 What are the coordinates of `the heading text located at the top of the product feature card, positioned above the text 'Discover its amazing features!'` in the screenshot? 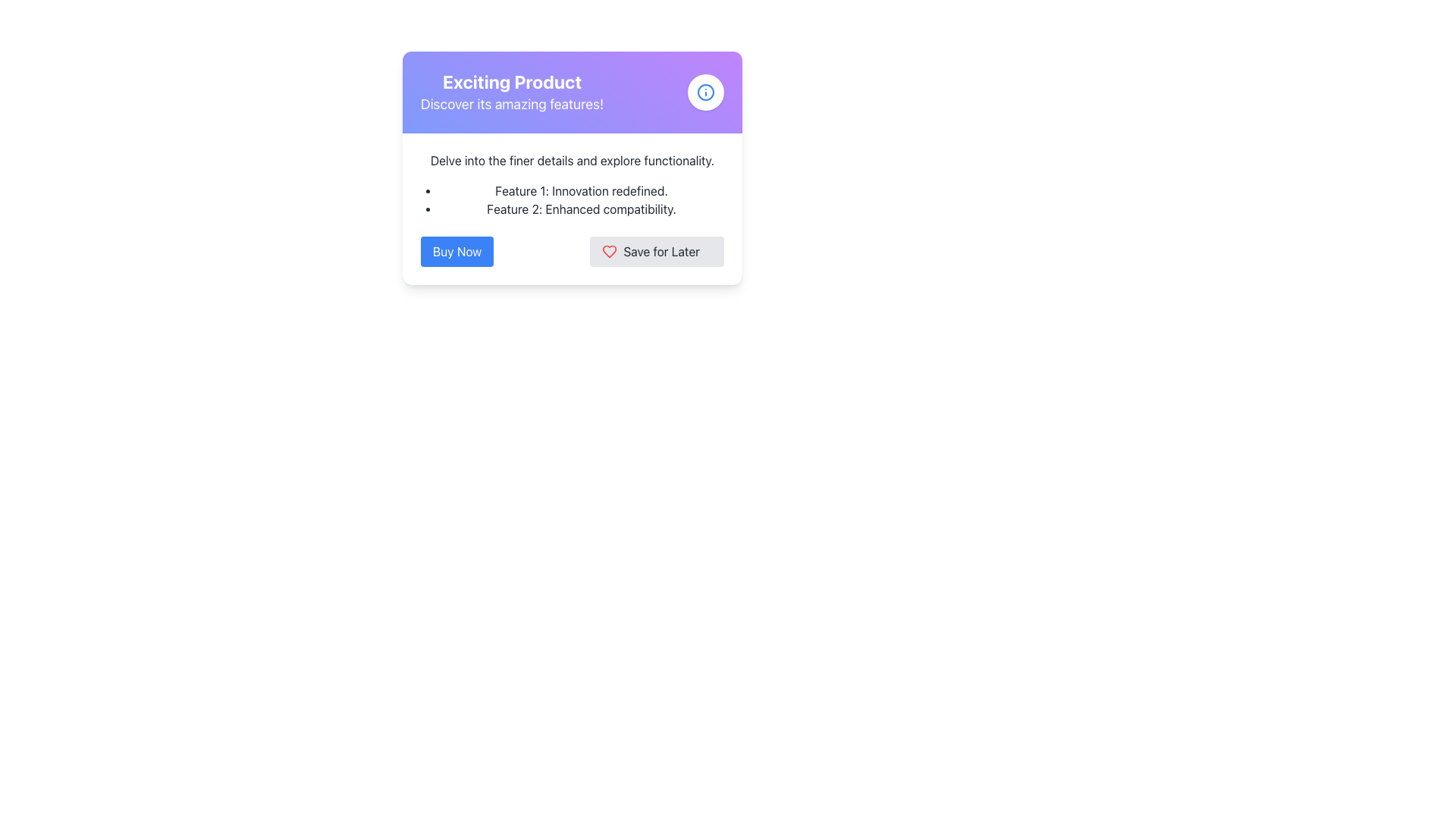 It's located at (512, 82).